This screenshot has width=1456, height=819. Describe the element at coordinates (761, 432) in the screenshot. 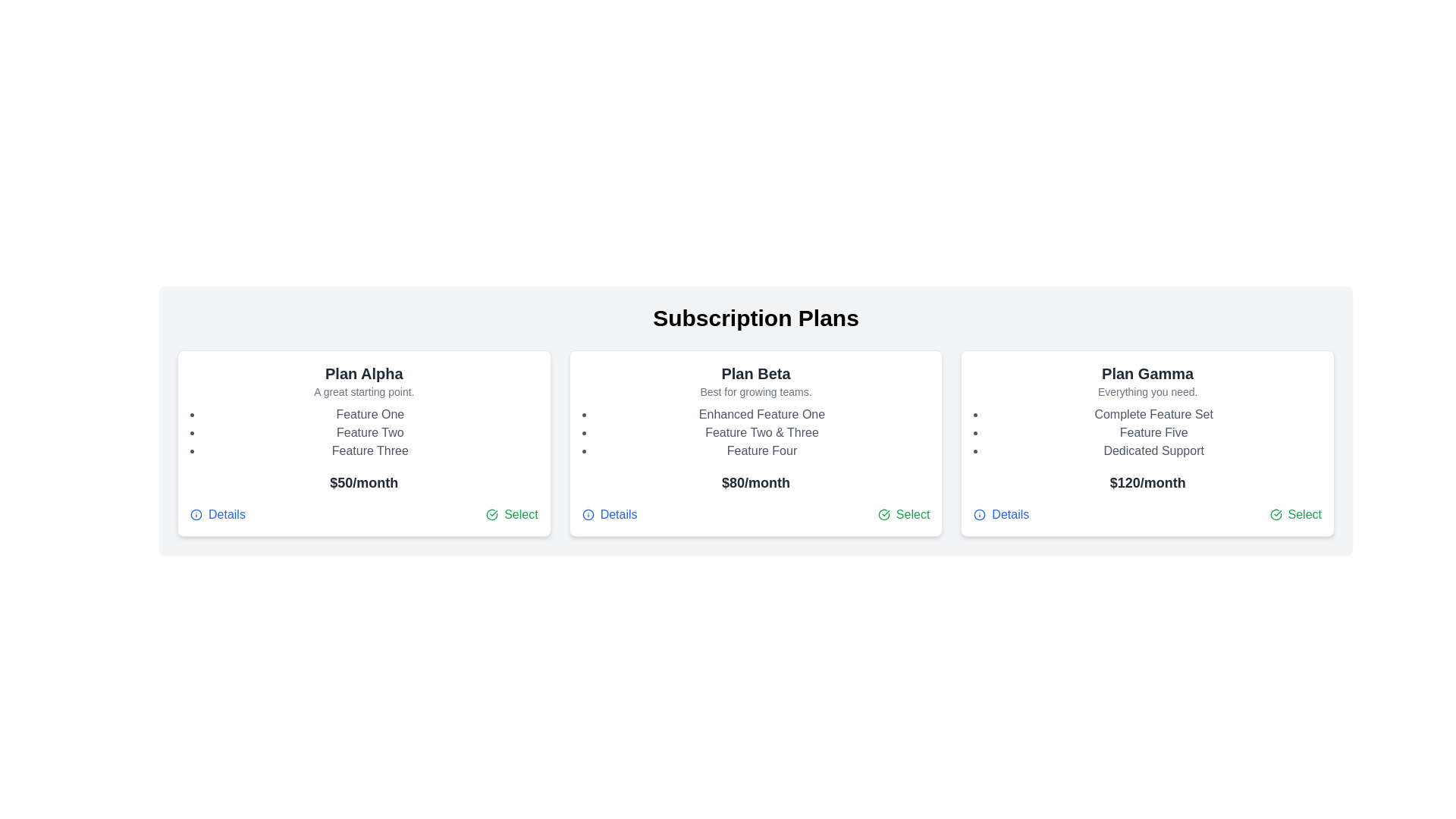

I see `the text element displaying 'Feature Two & Three' in gray, which is the second item in the bulleted list under the 'Plan Beta' subscription card` at that location.